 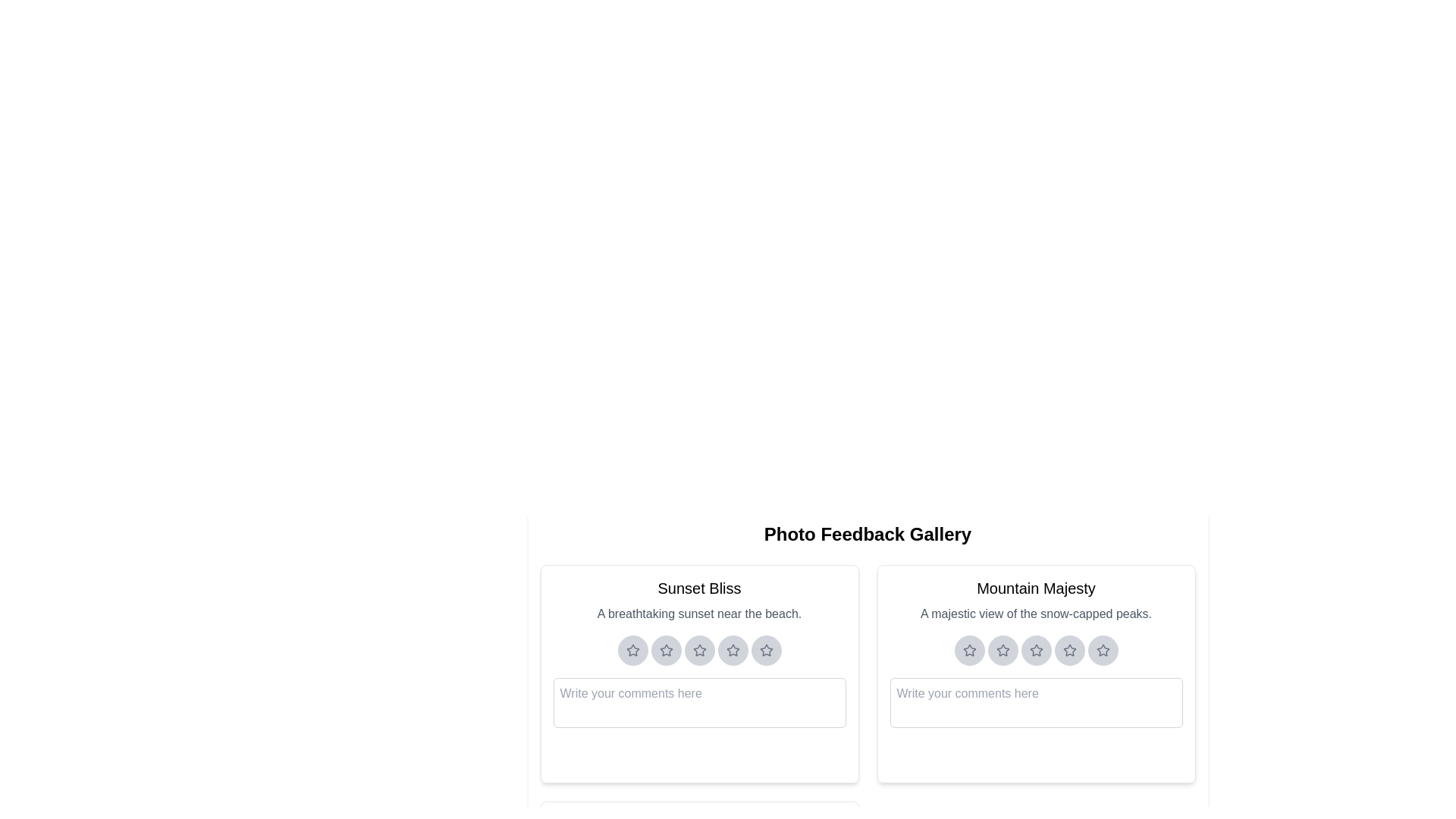 I want to click on the static text element that reads 'A majestic view of the snow-capped peaks.' located beneath the title 'Mountain Majesty' in the card layout, so click(x=1035, y=614).